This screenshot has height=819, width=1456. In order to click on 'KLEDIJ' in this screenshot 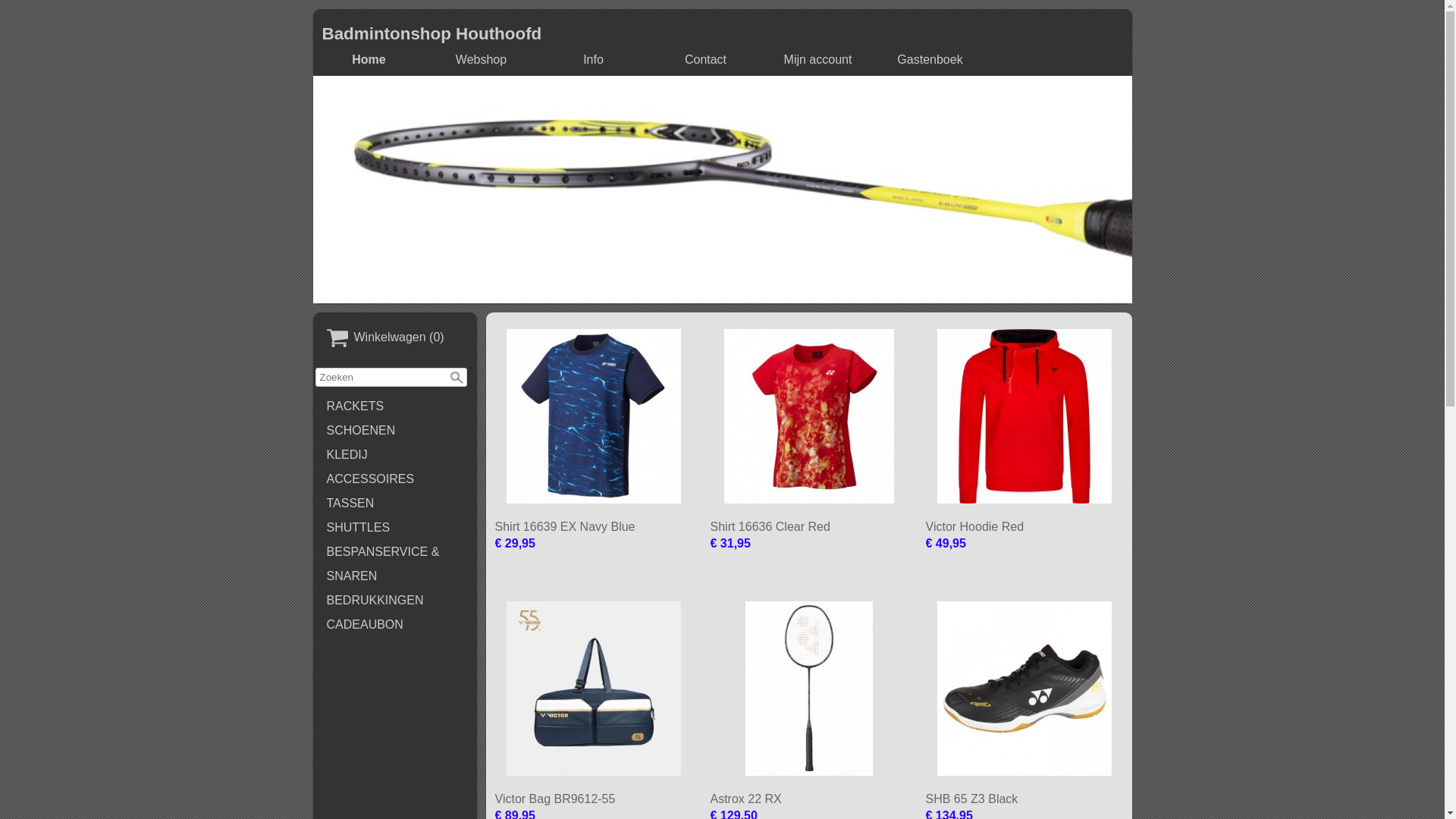, I will do `click(395, 454)`.